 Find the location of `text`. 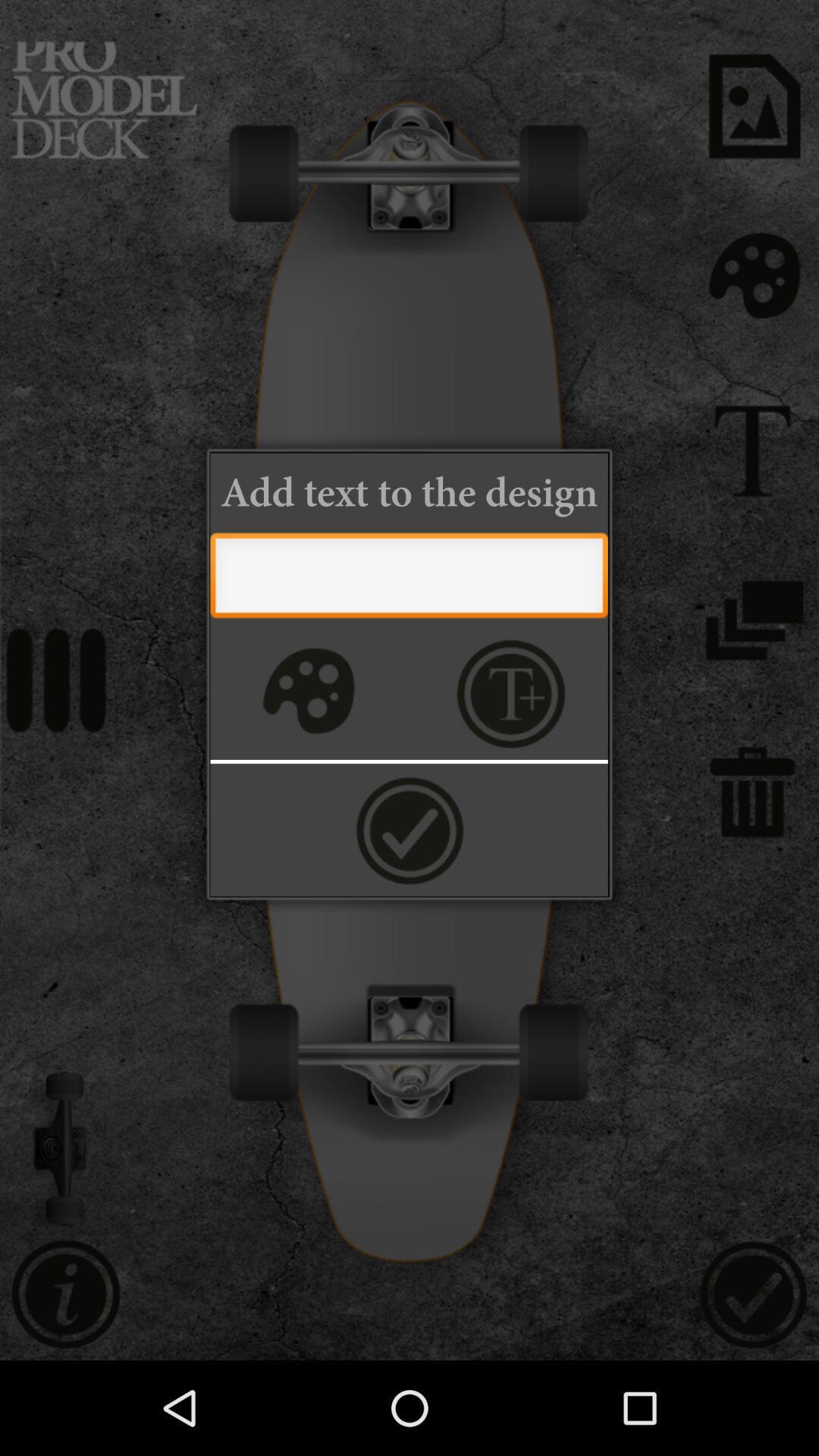

text is located at coordinates (511, 692).